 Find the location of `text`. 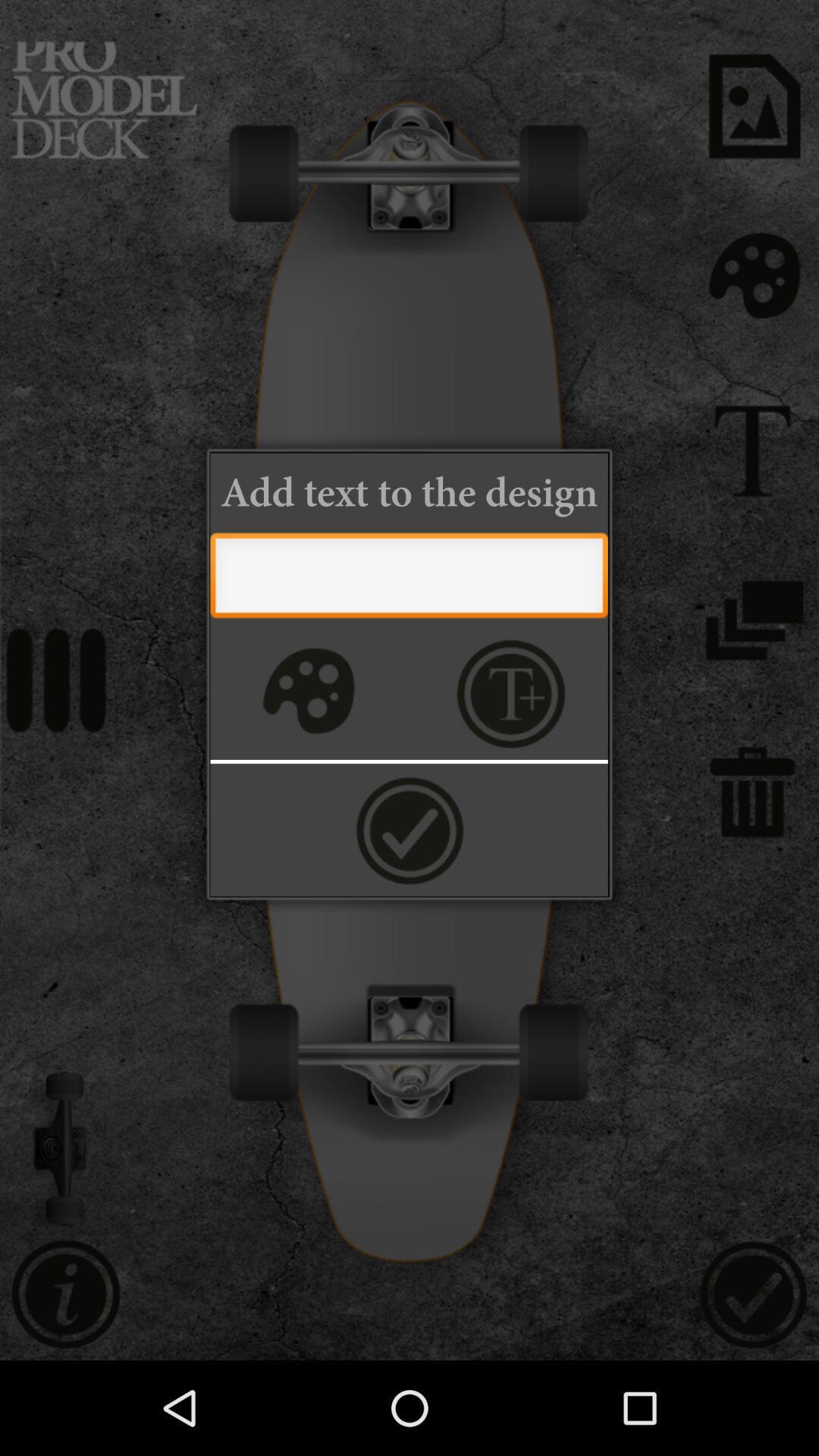

text is located at coordinates (511, 692).